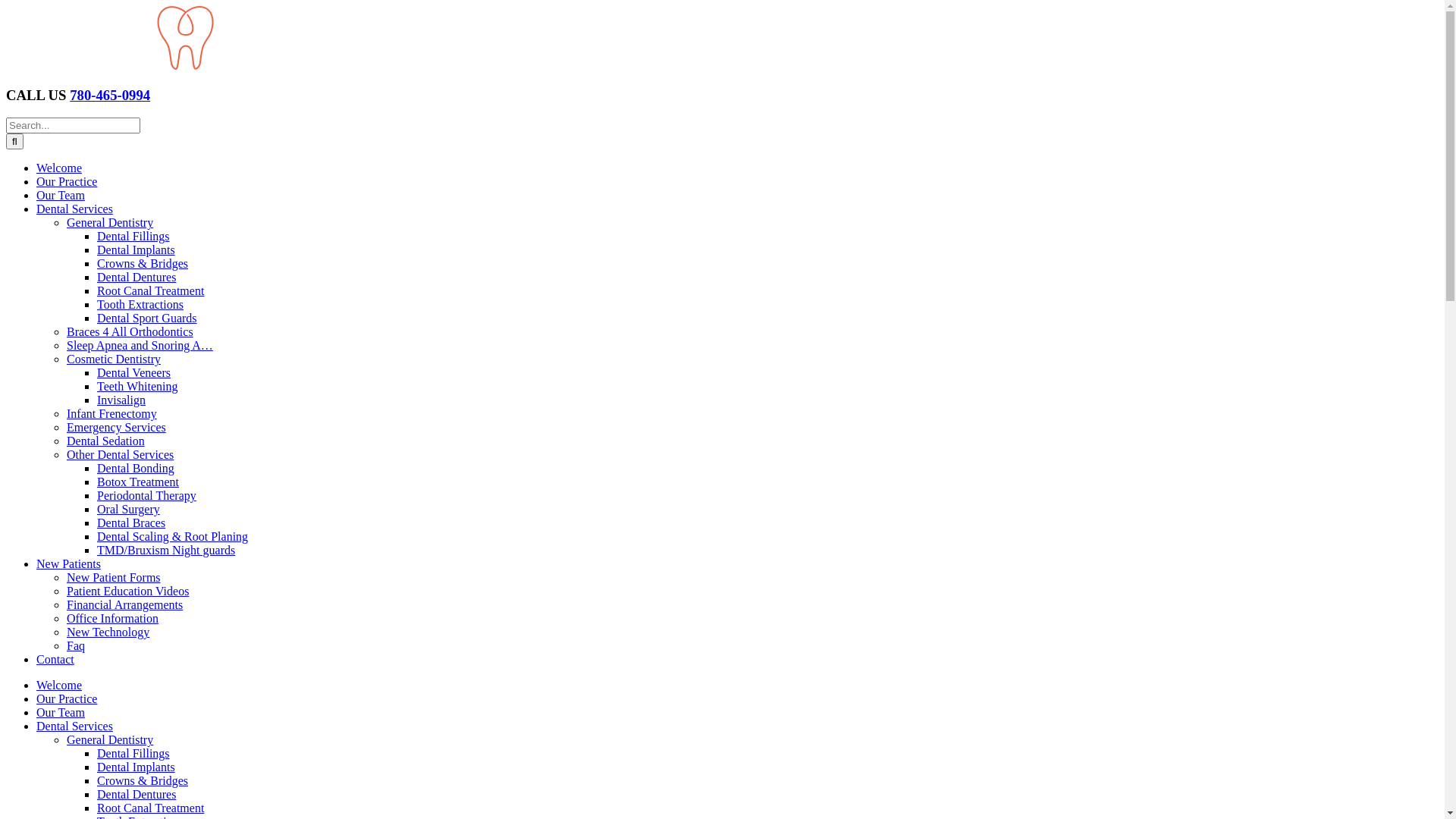  What do you see at coordinates (119, 453) in the screenshot?
I see `'Other Dental Services'` at bounding box center [119, 453].